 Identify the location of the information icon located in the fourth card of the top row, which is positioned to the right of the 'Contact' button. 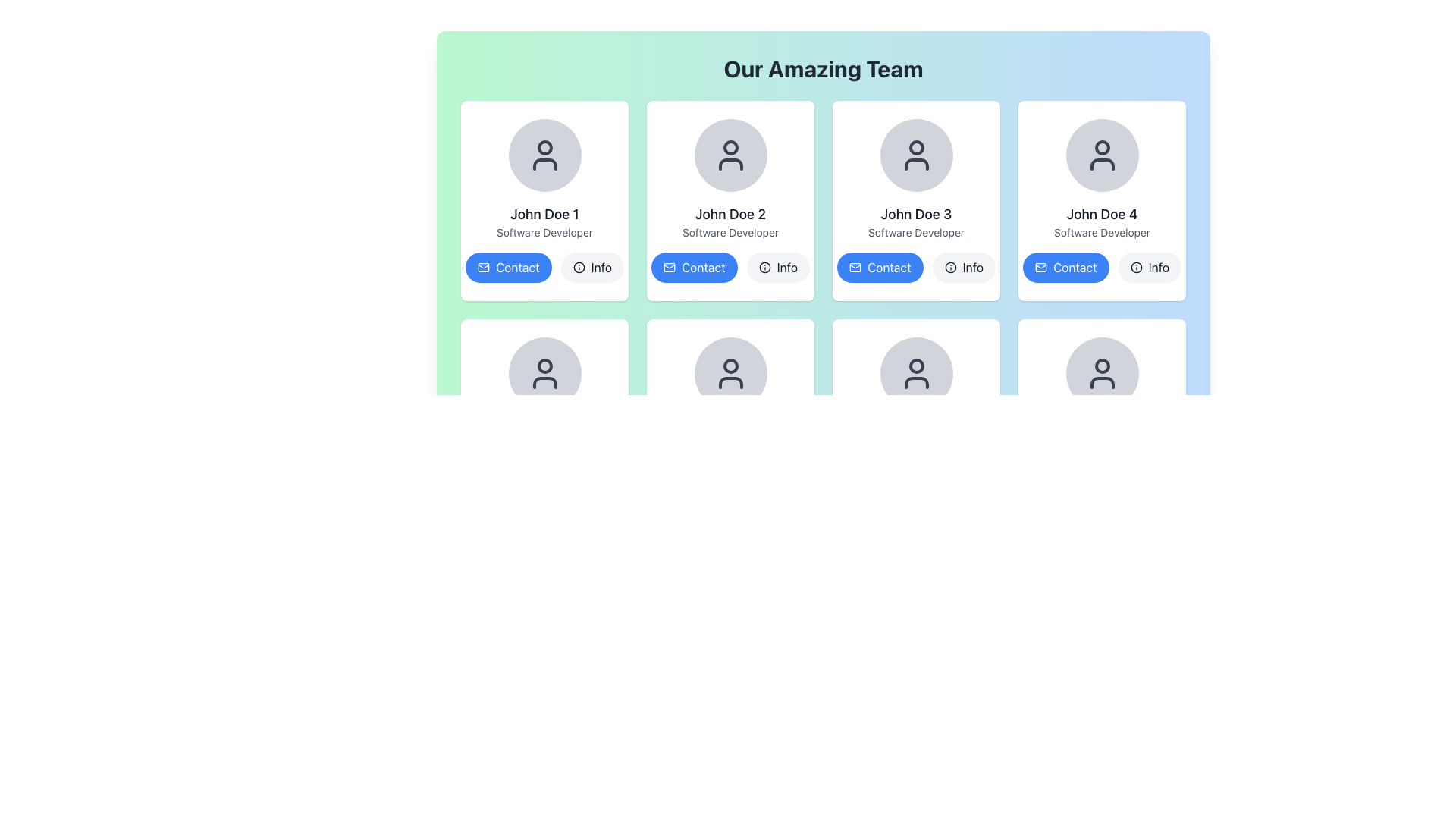
(1136, 267).